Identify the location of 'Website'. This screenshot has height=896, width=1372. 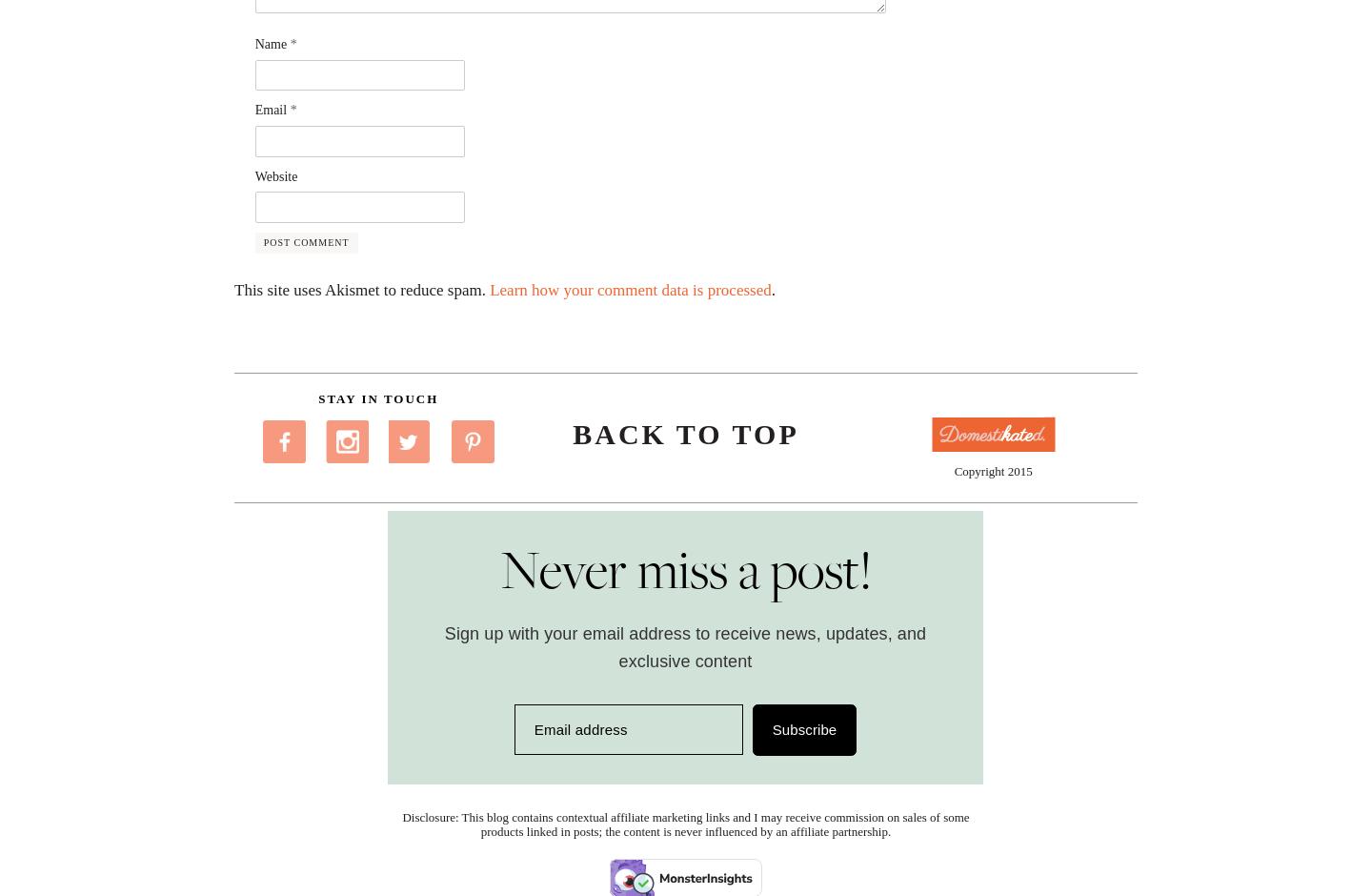
(274, 175).